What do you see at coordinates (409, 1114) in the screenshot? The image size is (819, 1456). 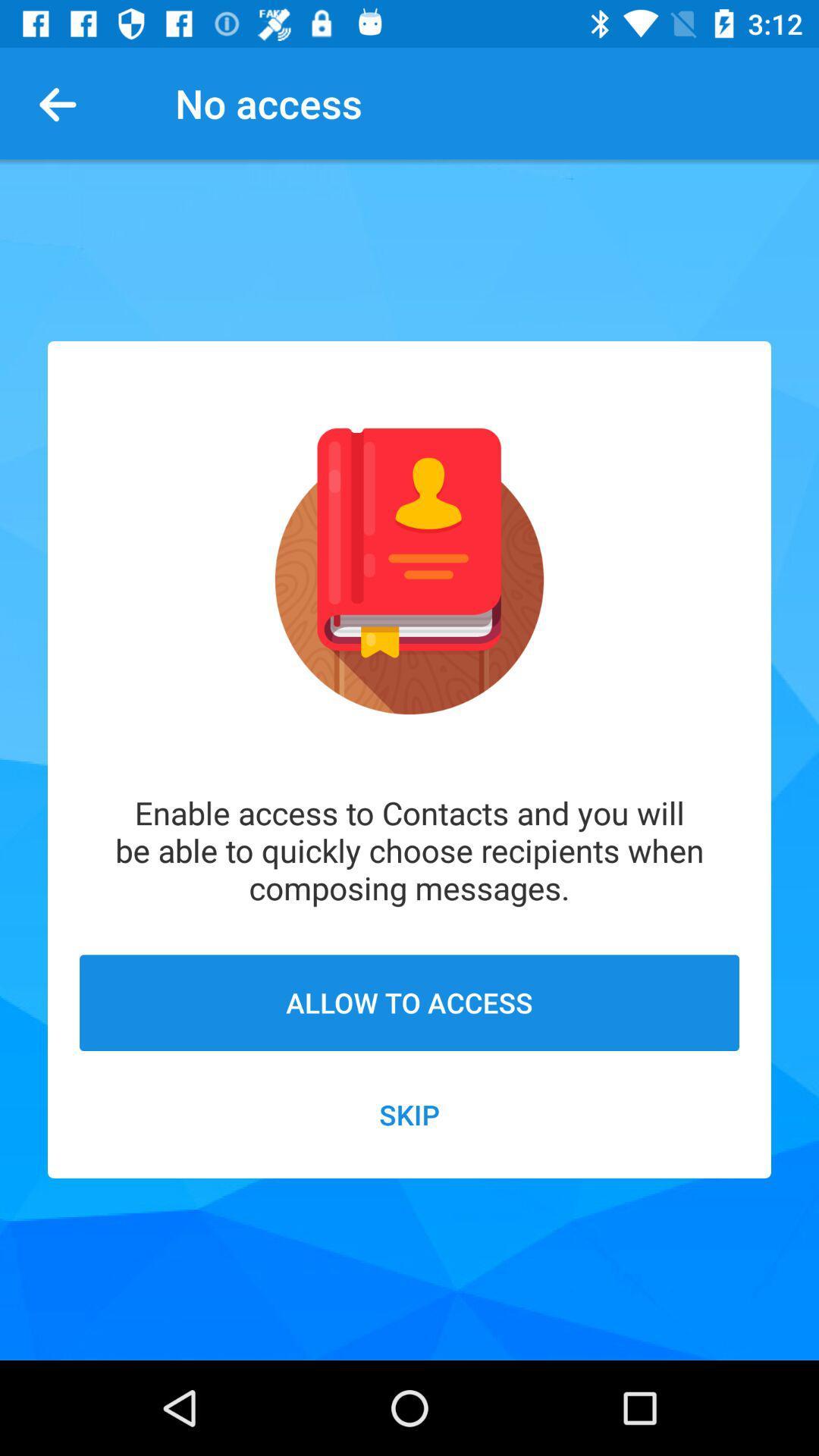 I see `the icon below allow to access item` at bounding box center [409, 1114].